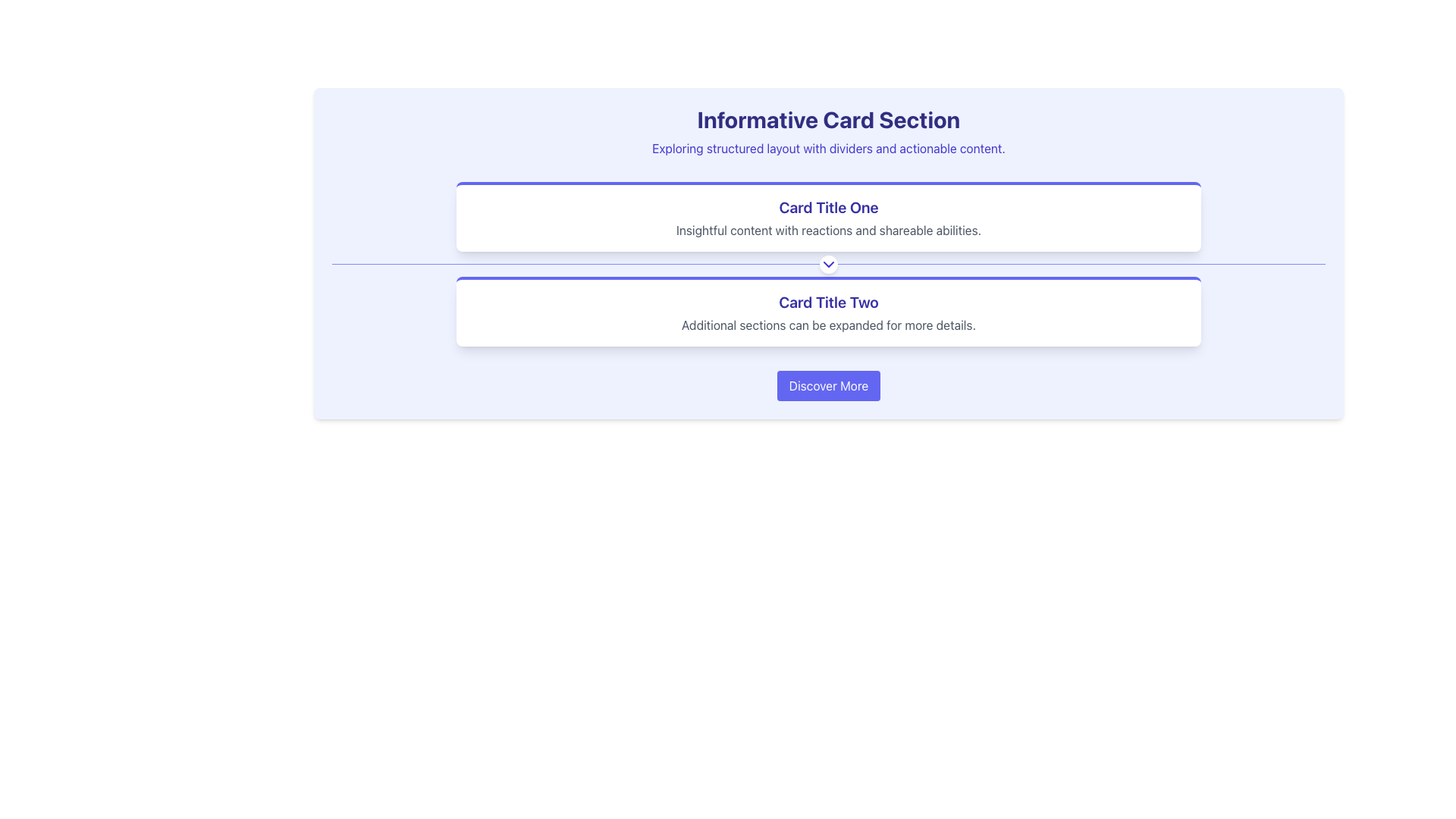  Describe the element at coordinates (828, 119) in the screenshot. I see `the header text element styled in bold typography that reads 'Informative Card Section', which is prominently displayed in indigo color at the top-center of the interface` at that location.